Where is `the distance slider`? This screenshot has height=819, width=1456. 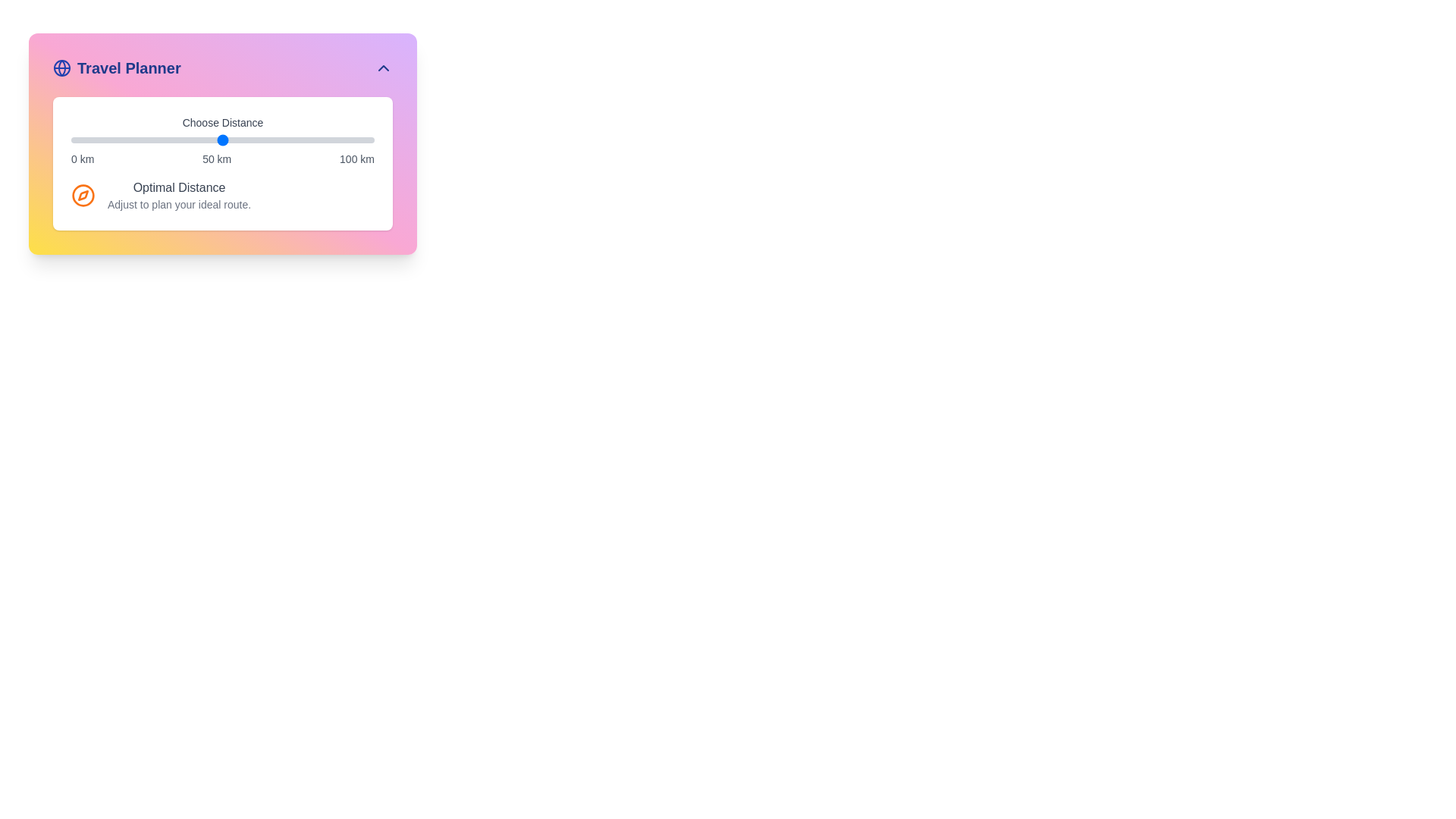 the distance slider is located at coordinates (315, 140).